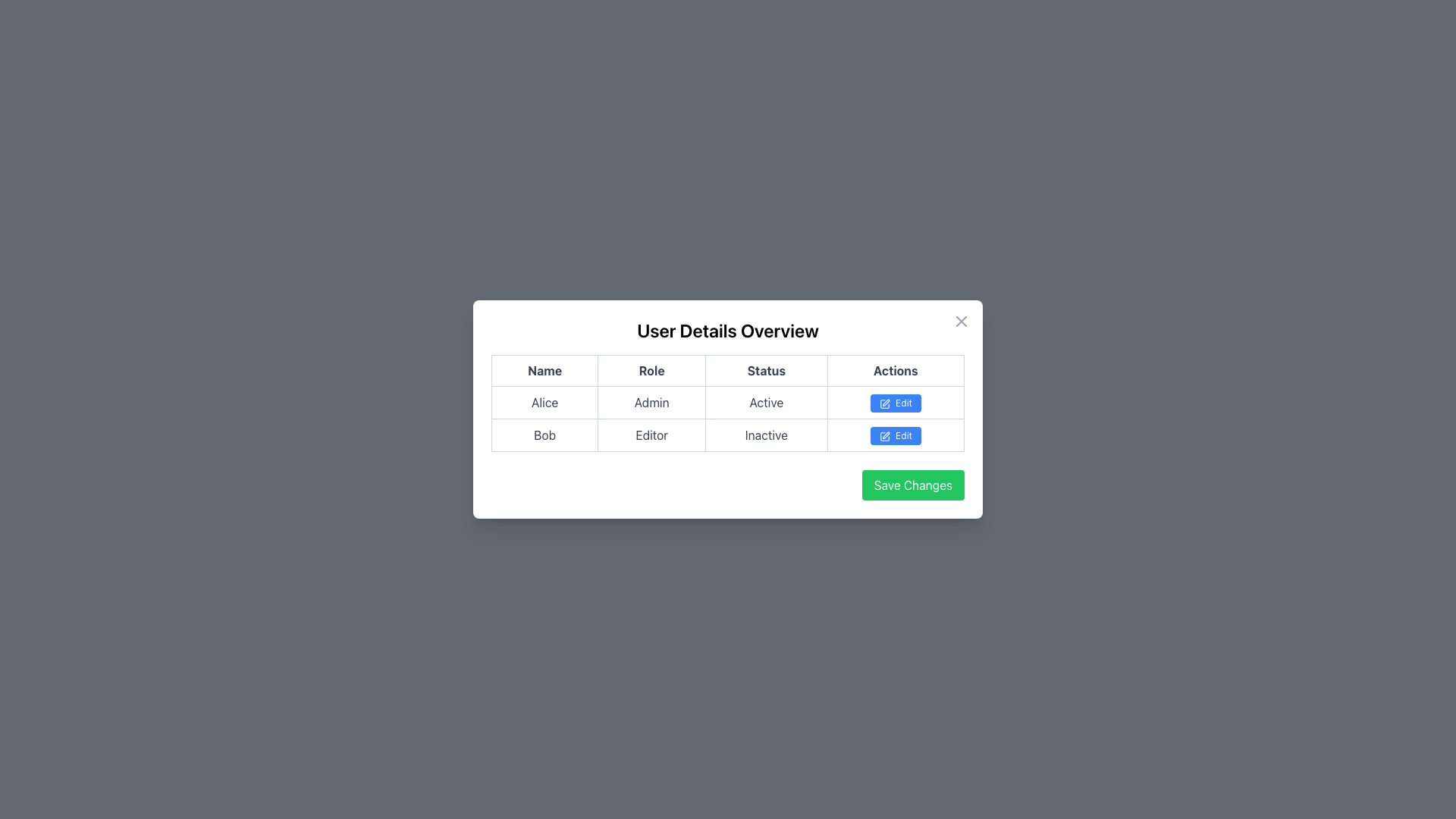  I want to click on the button in the 'Actions' column of the second row in the 'User Details Overview' section, so click(895, 435).